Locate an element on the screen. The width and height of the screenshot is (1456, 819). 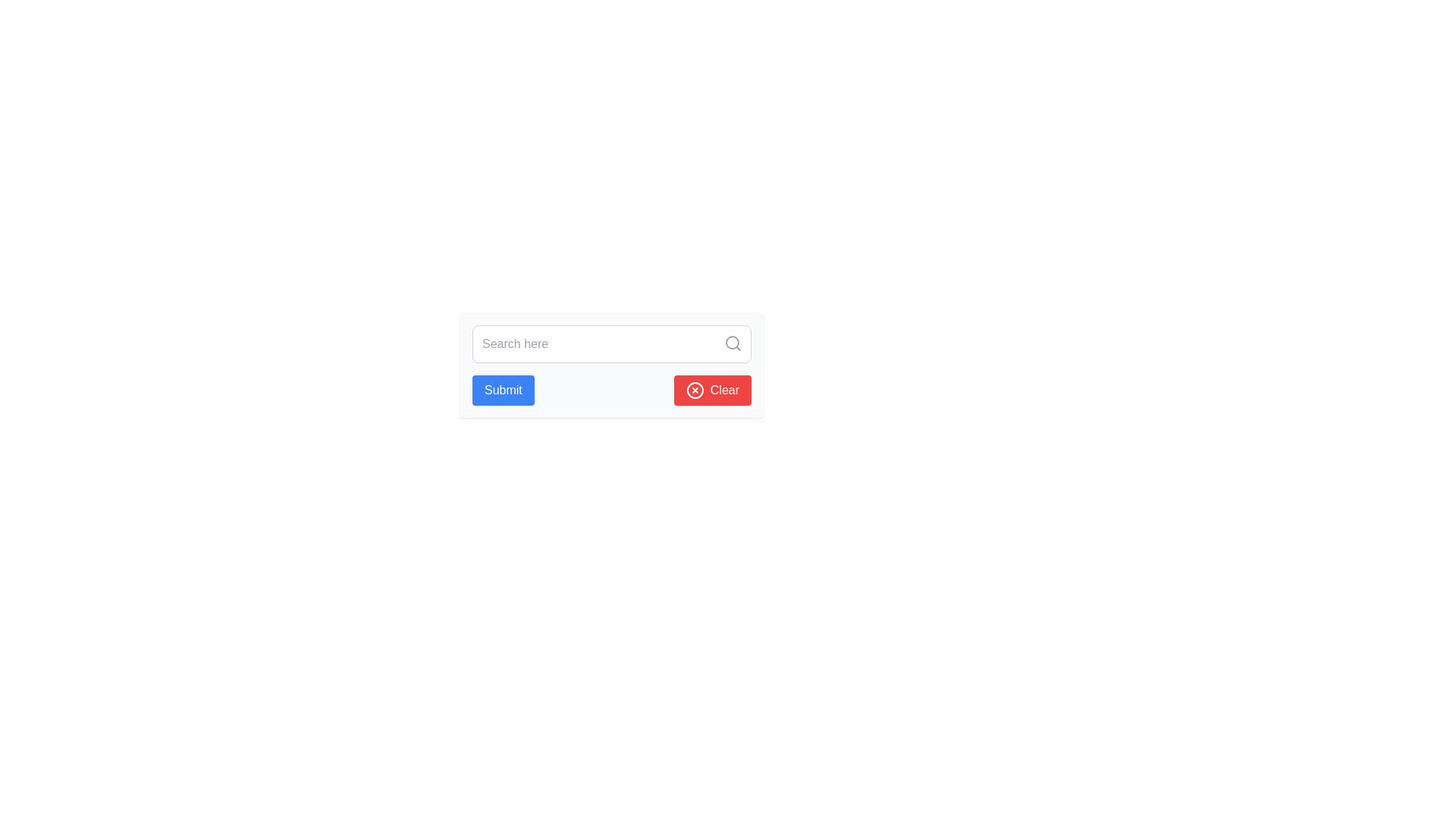
the 'Clear' button, which is a rectangular button with a red background and white text, located at the bottom-right corner of the interface layout is located at coordinates (711, 390).